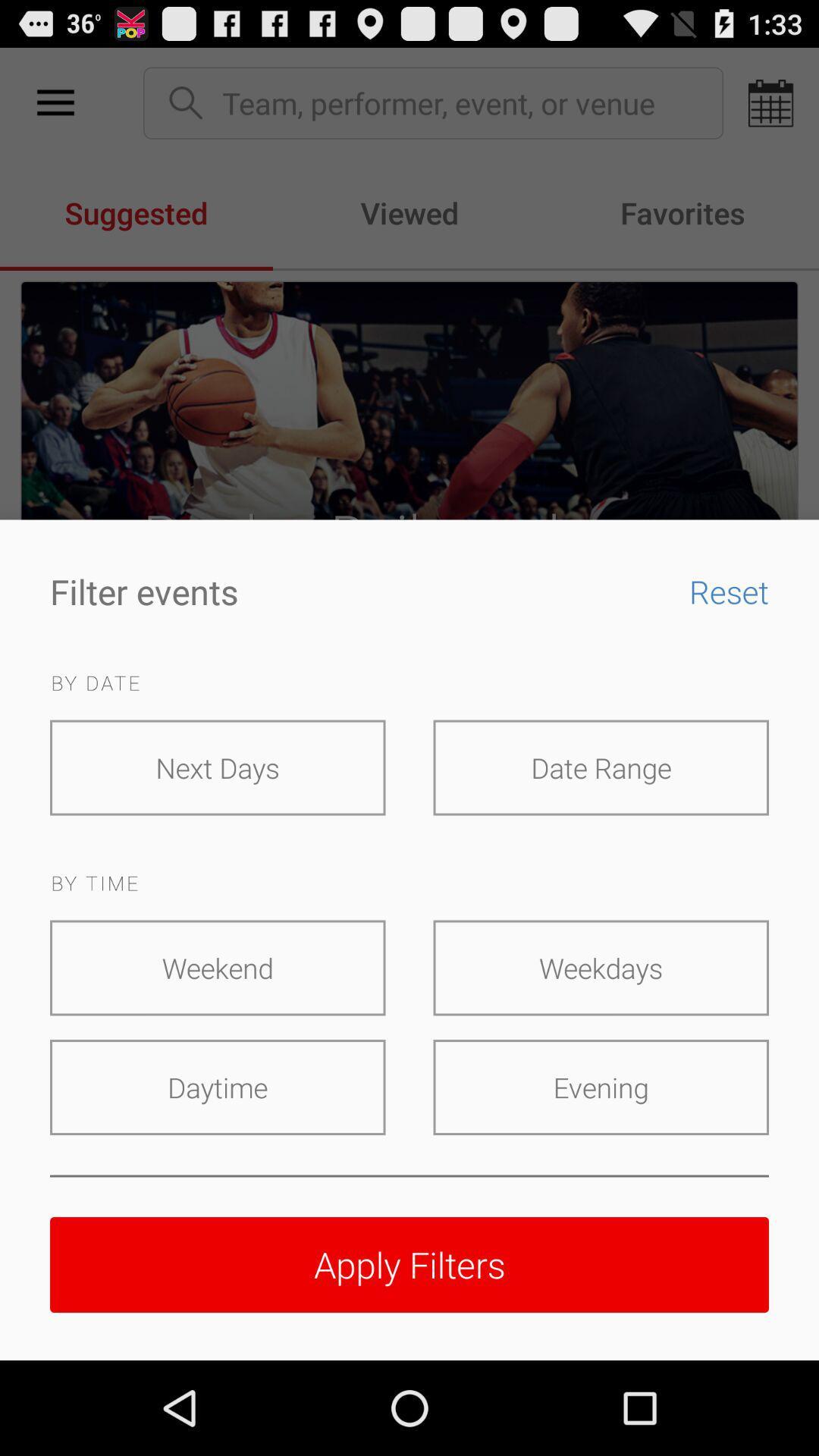  What do you see at coordinates (600, 1087) in the screenshot?
I see `evening item` at bounding box center [600, 1087].